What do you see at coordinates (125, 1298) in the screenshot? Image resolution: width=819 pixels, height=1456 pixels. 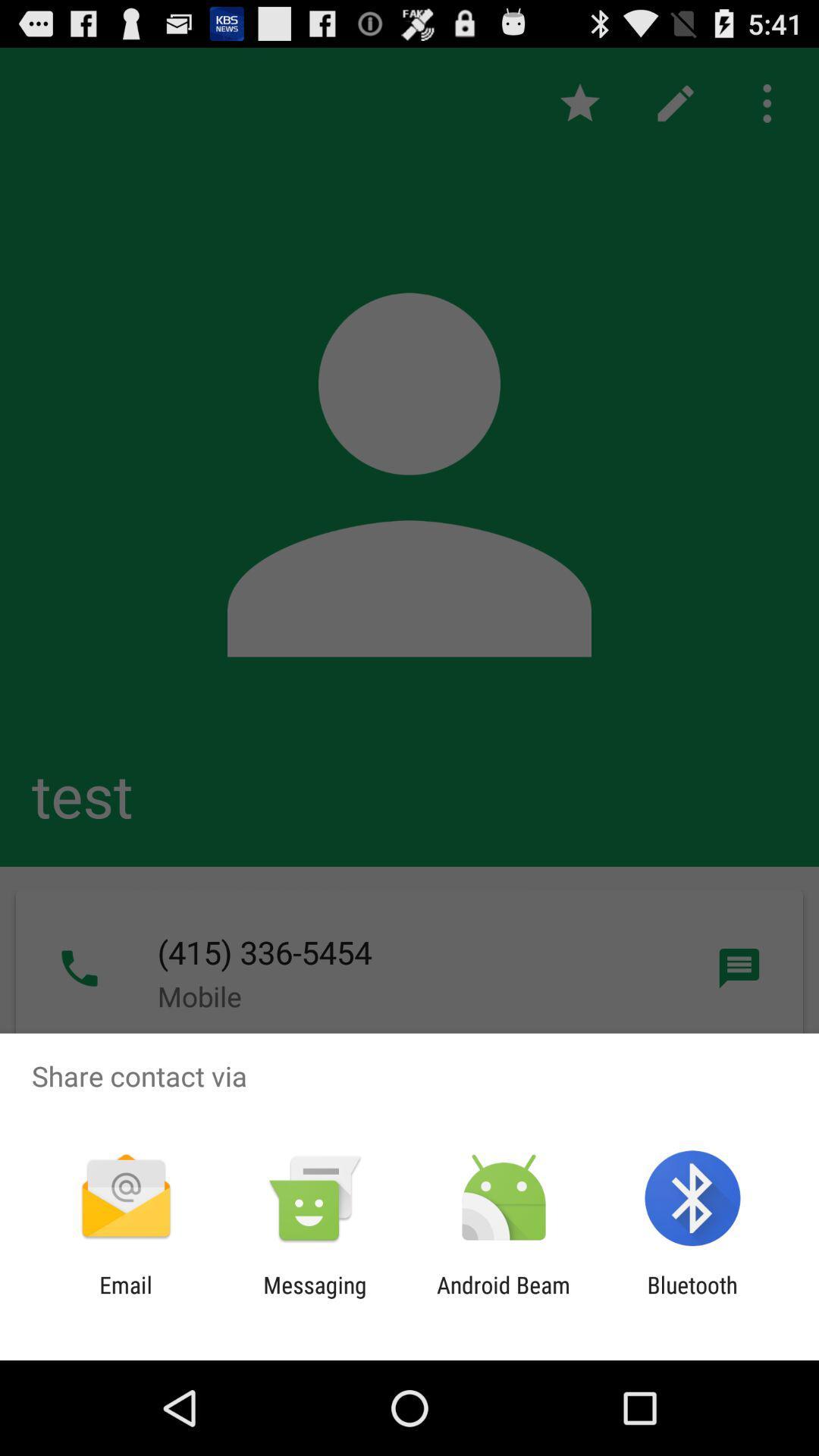 I see `app to the left of the messaging icon` at bounding box center [125, 1298].